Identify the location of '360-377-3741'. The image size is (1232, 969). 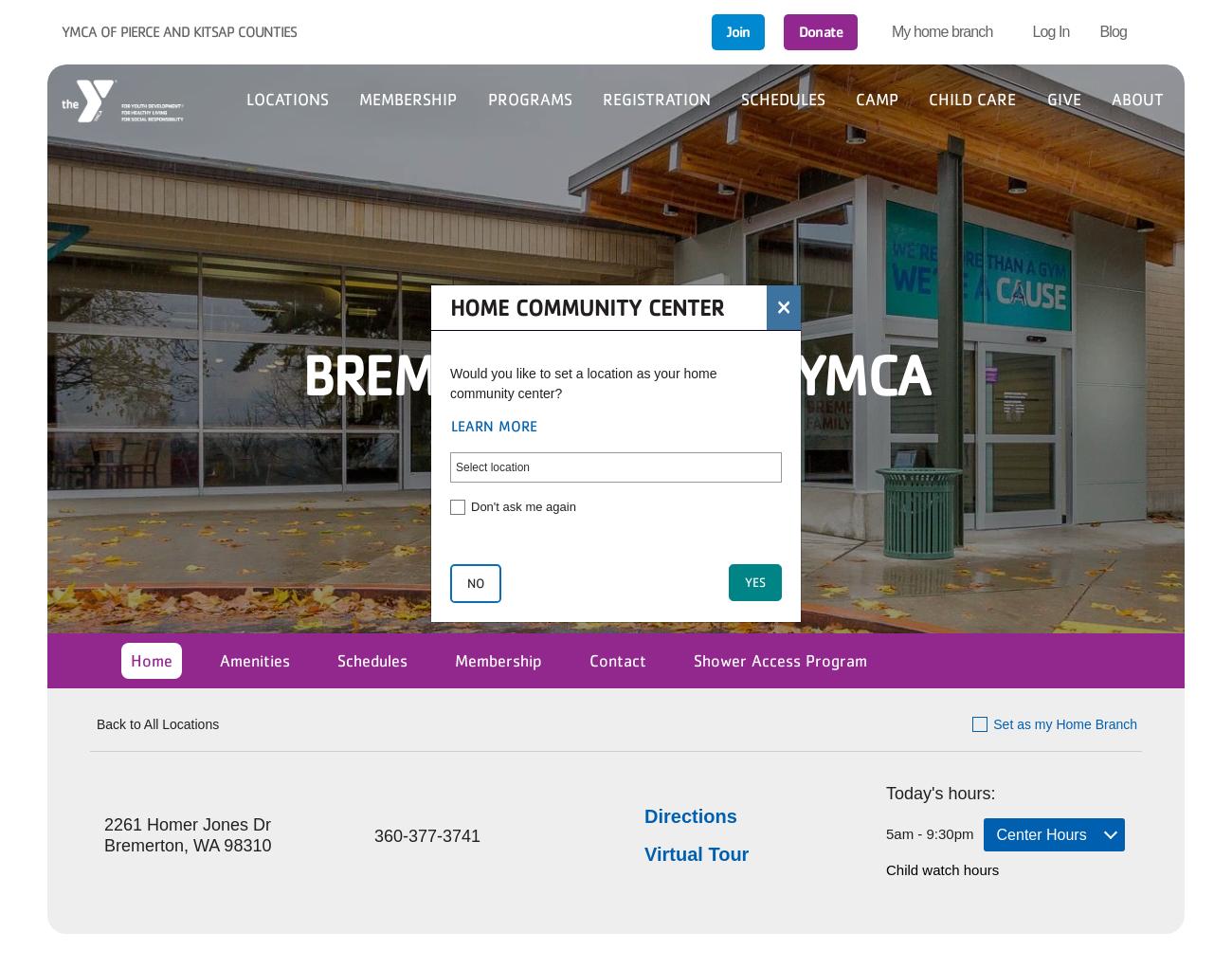
(426, 834).